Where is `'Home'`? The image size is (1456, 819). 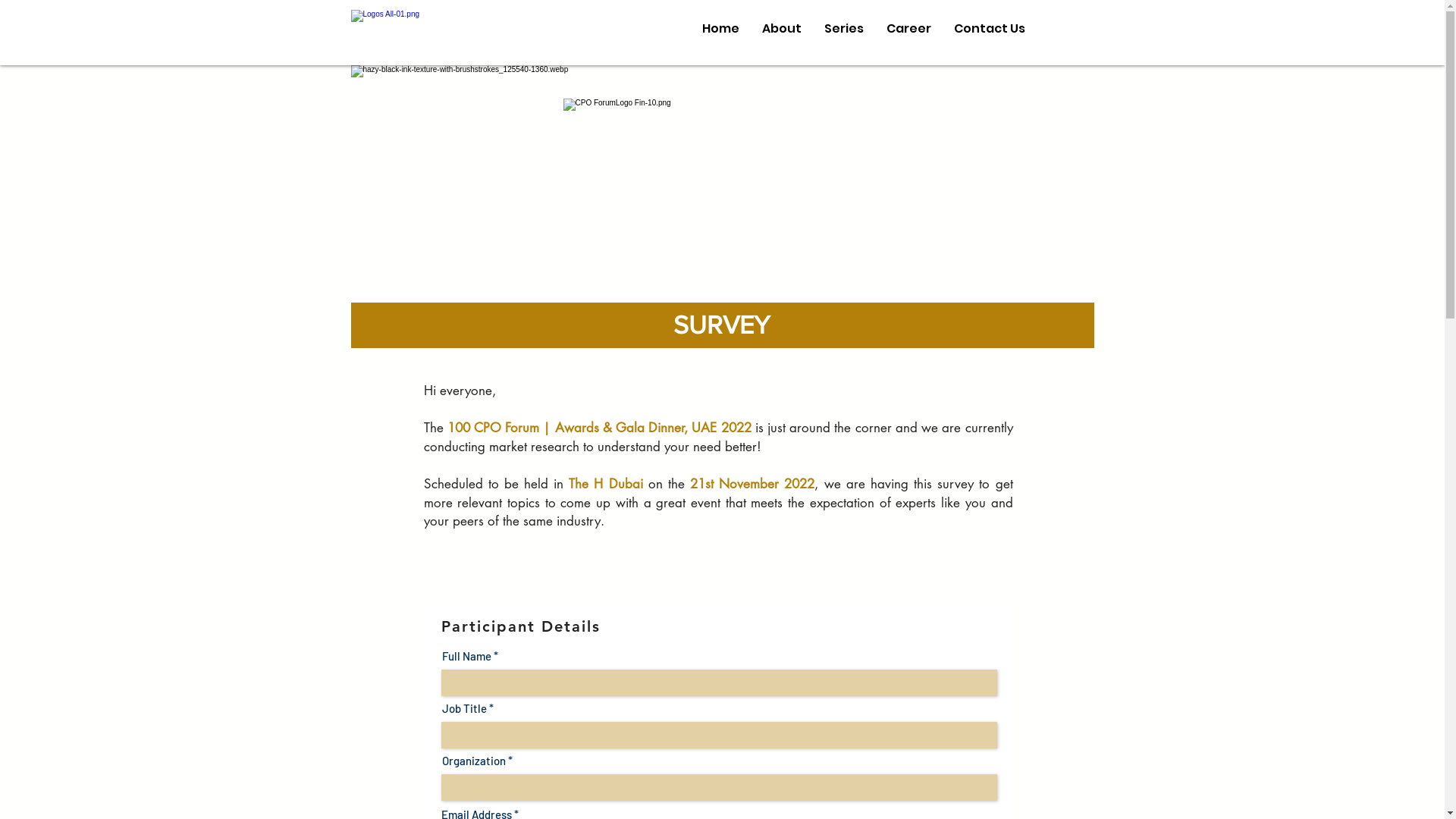 'Home' is located at coordinates (719, 28).